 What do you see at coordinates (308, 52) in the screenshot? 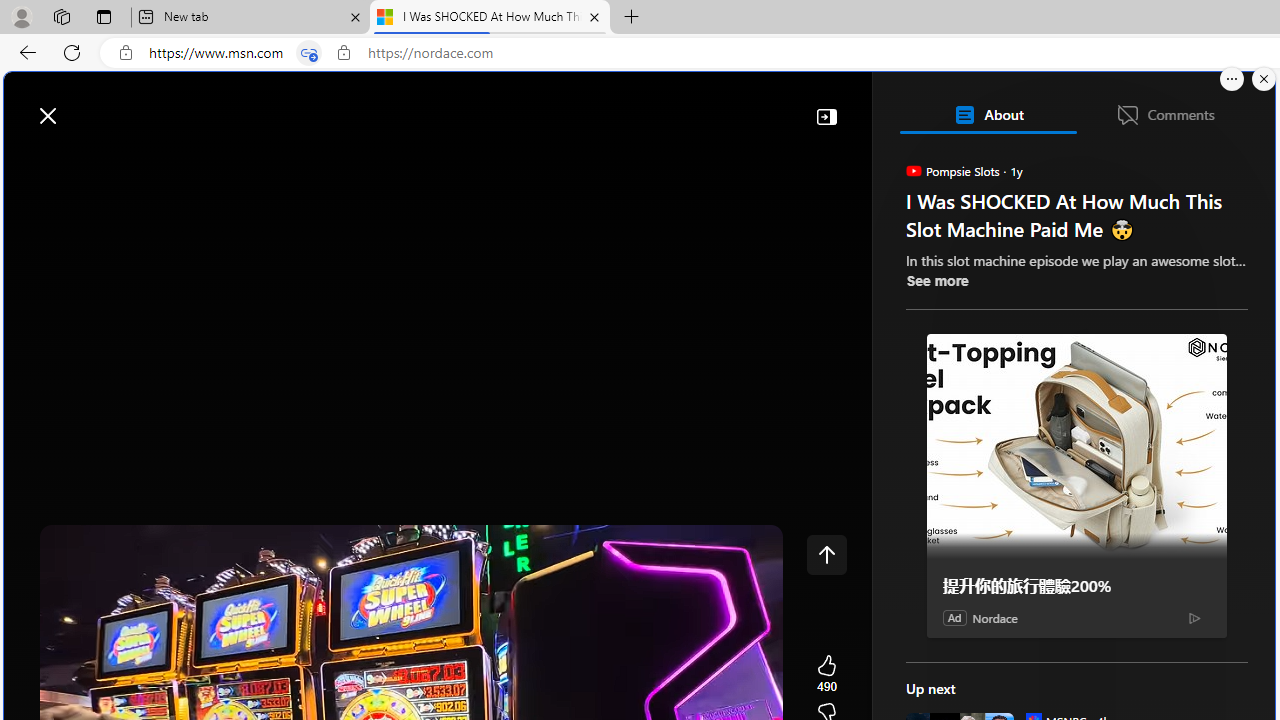
I see `'Tabs in split screen'` at bounding box center [308, 52].